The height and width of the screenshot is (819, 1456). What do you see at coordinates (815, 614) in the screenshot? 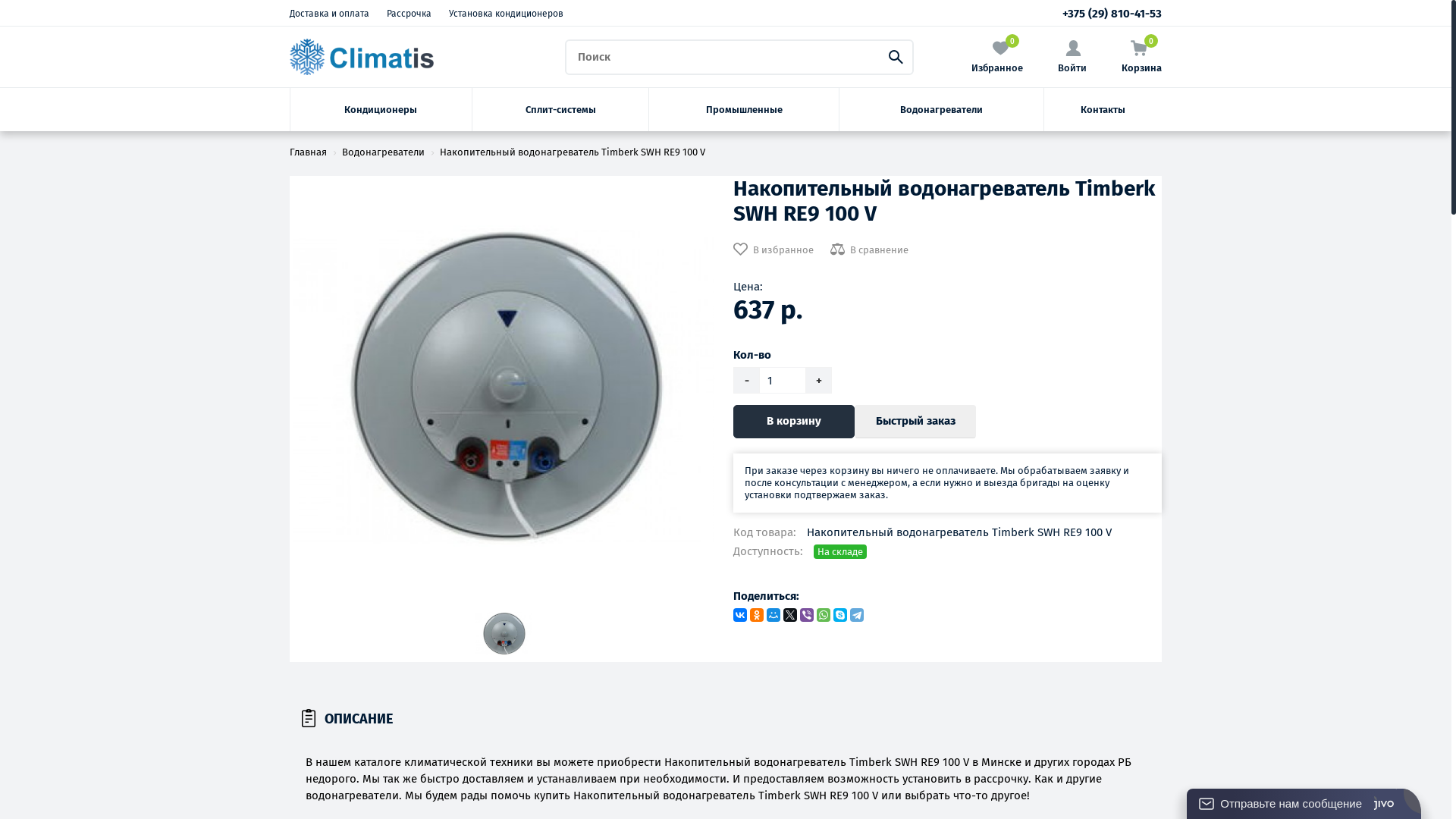
I see `'WhatsApp'` at bounding box center [815, 614].